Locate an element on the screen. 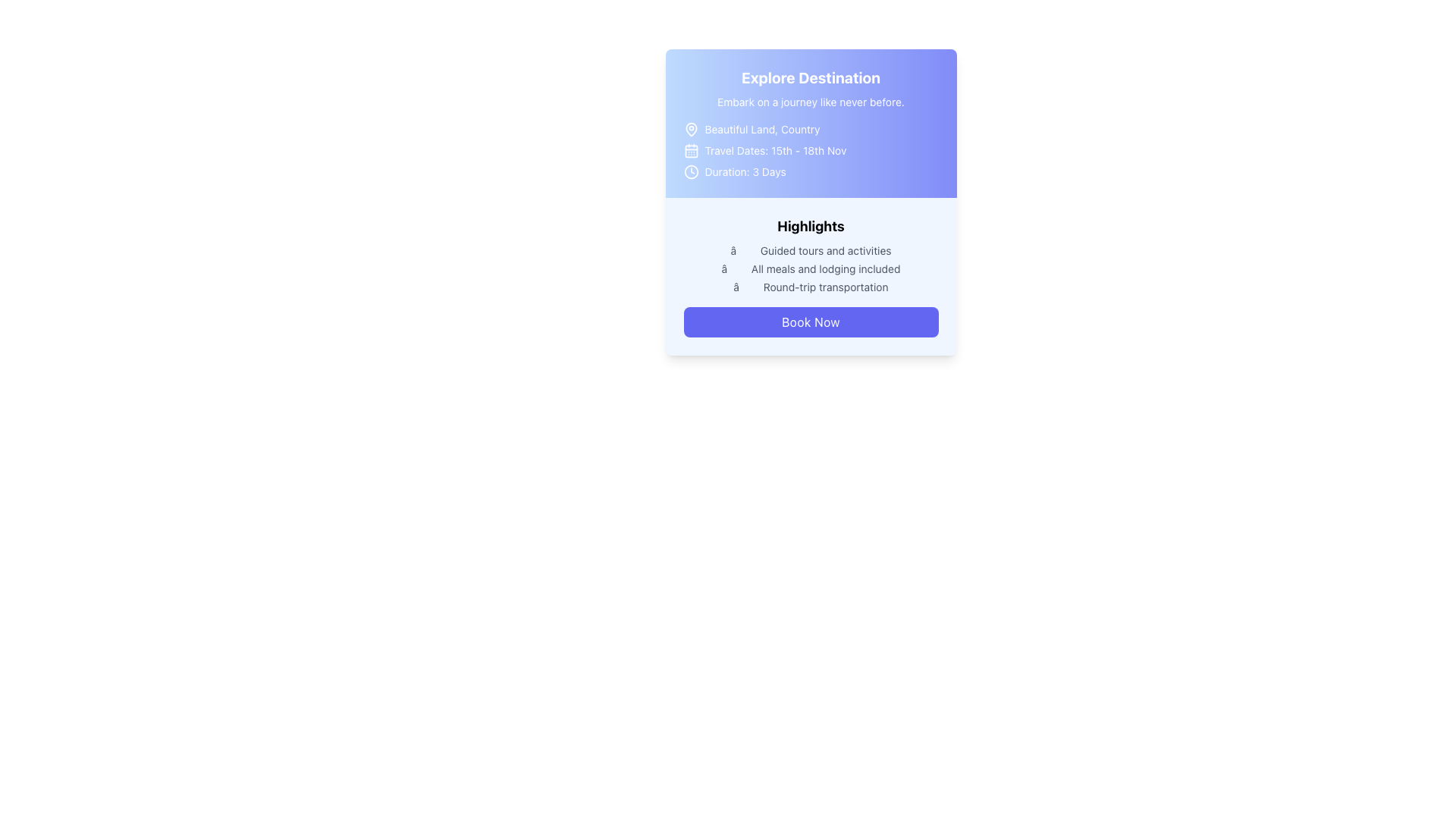  the information display element that provides details about a geographical destination, located below the 'Explore Destination' header and above 'Travel Dates: 15th - 18th Nov' is located at coordinates (810, 128).